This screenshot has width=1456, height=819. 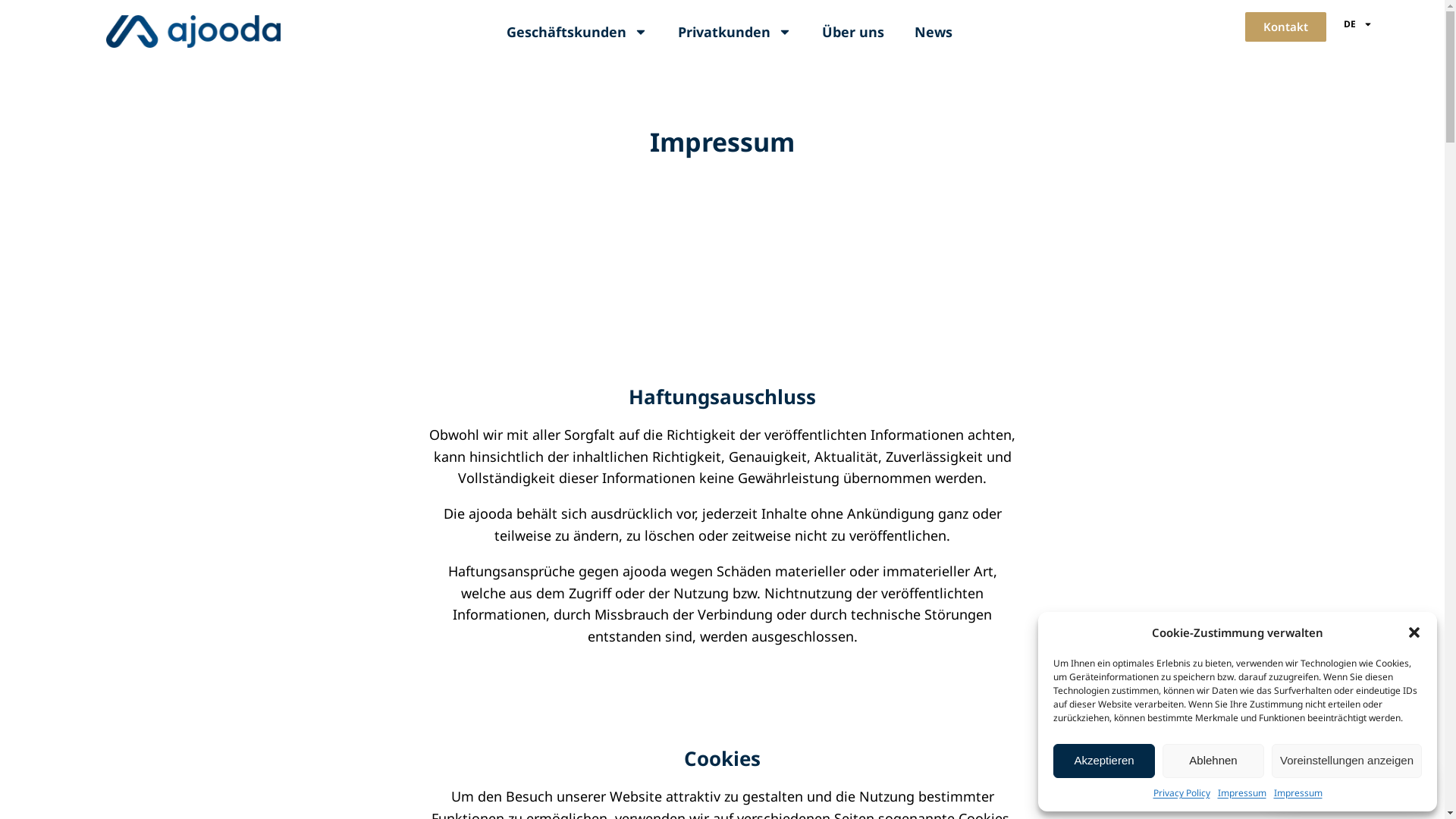 What do you see at coordinates (1285, 27) in the screenshot?
I see `'Kontakt'` at bounding box center [1285, 27].